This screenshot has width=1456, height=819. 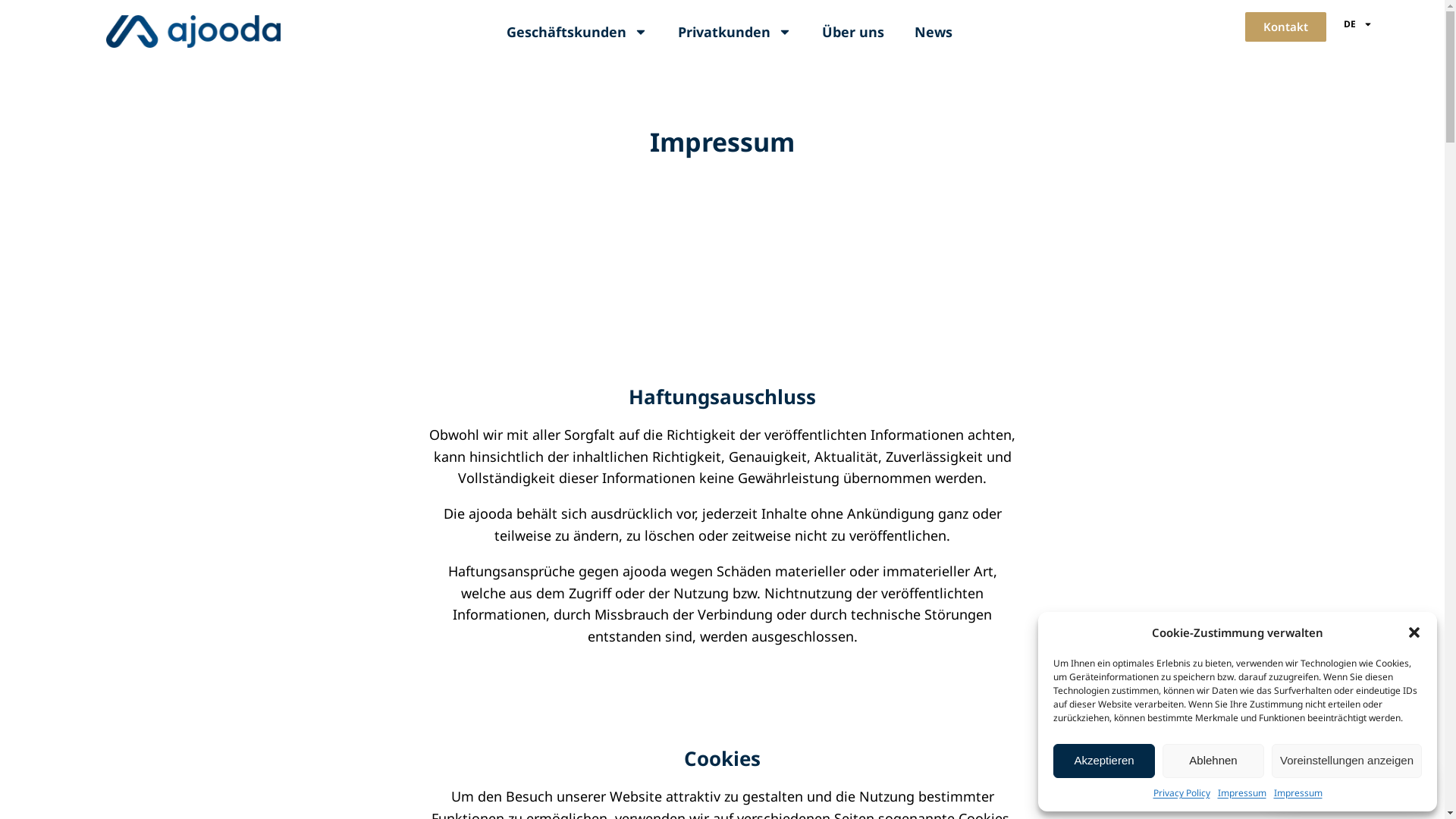 What do you see at coordinates (1285, 27) in the screenshot?
I see `'Kontakt'` at bounding box center [1285, 27].